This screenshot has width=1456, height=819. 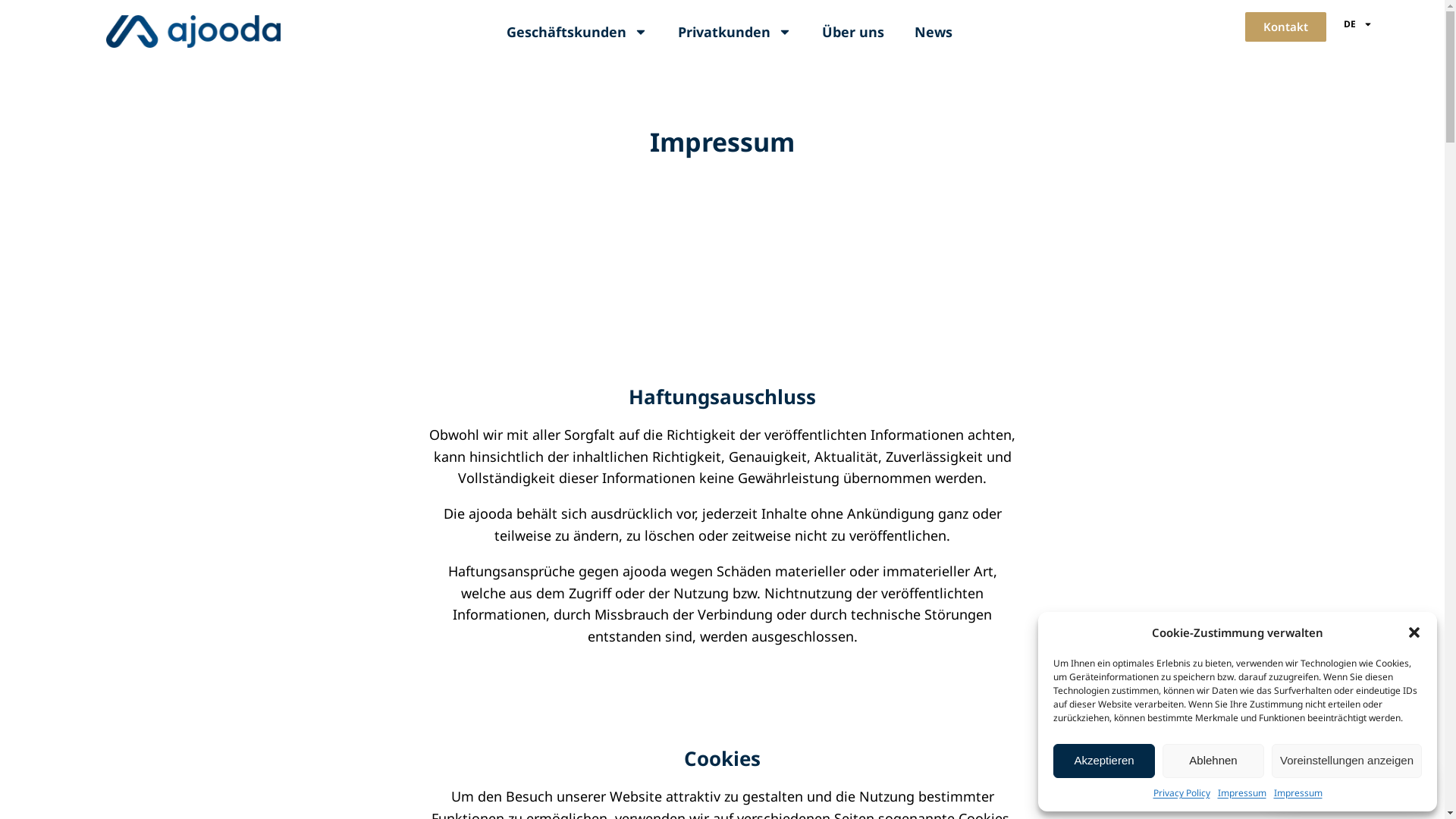 What do you see at coordinates (1285, 27) in the screenshot?
I see `'Kontakt'` at bounding box center [1285, 27].